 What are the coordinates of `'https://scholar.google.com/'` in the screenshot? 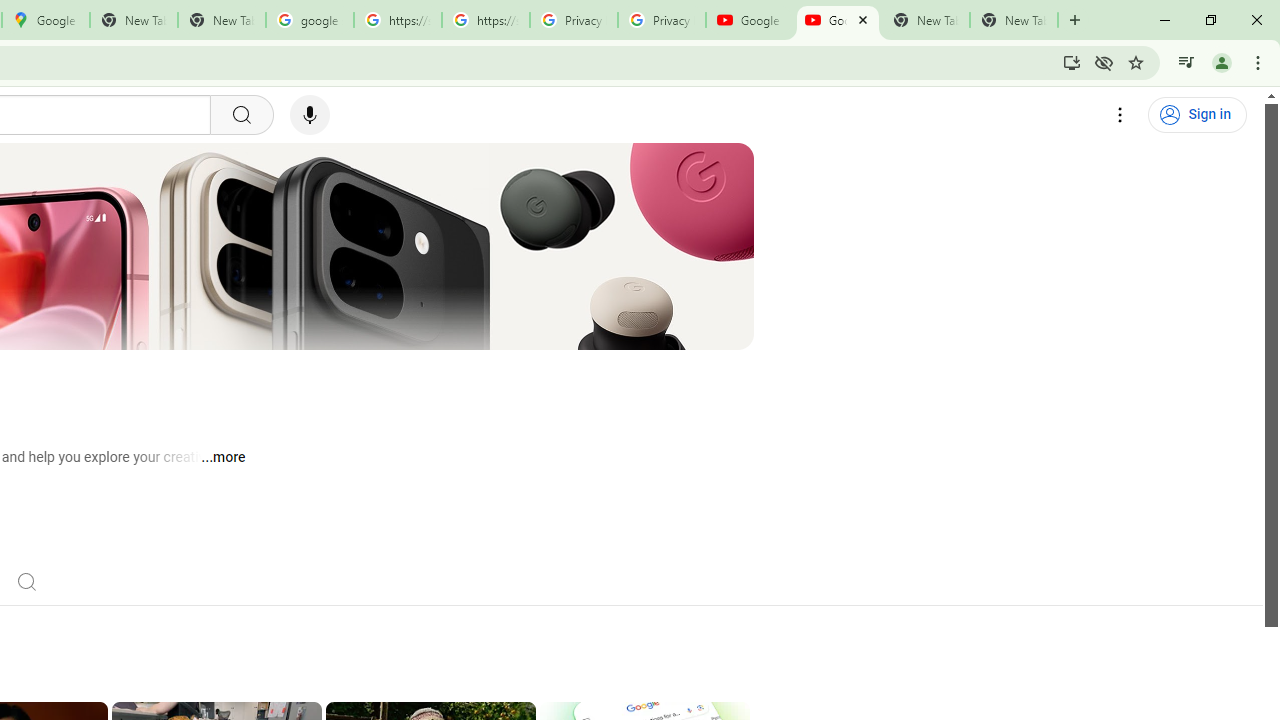 It's located at (485, 20).